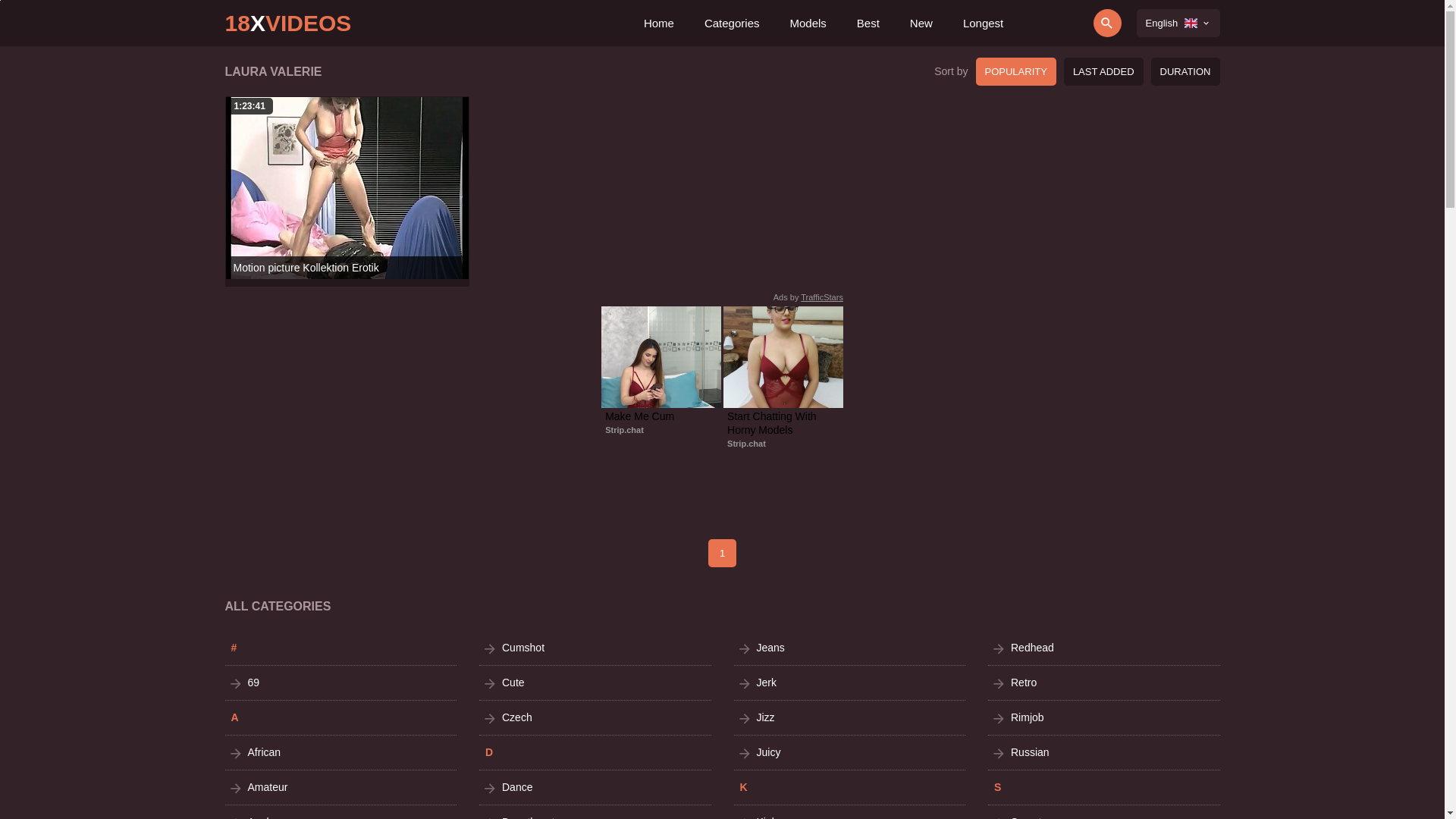 This screenshot has height=819, width=1456. I want to click on 'Jeans', so click(850, 648).